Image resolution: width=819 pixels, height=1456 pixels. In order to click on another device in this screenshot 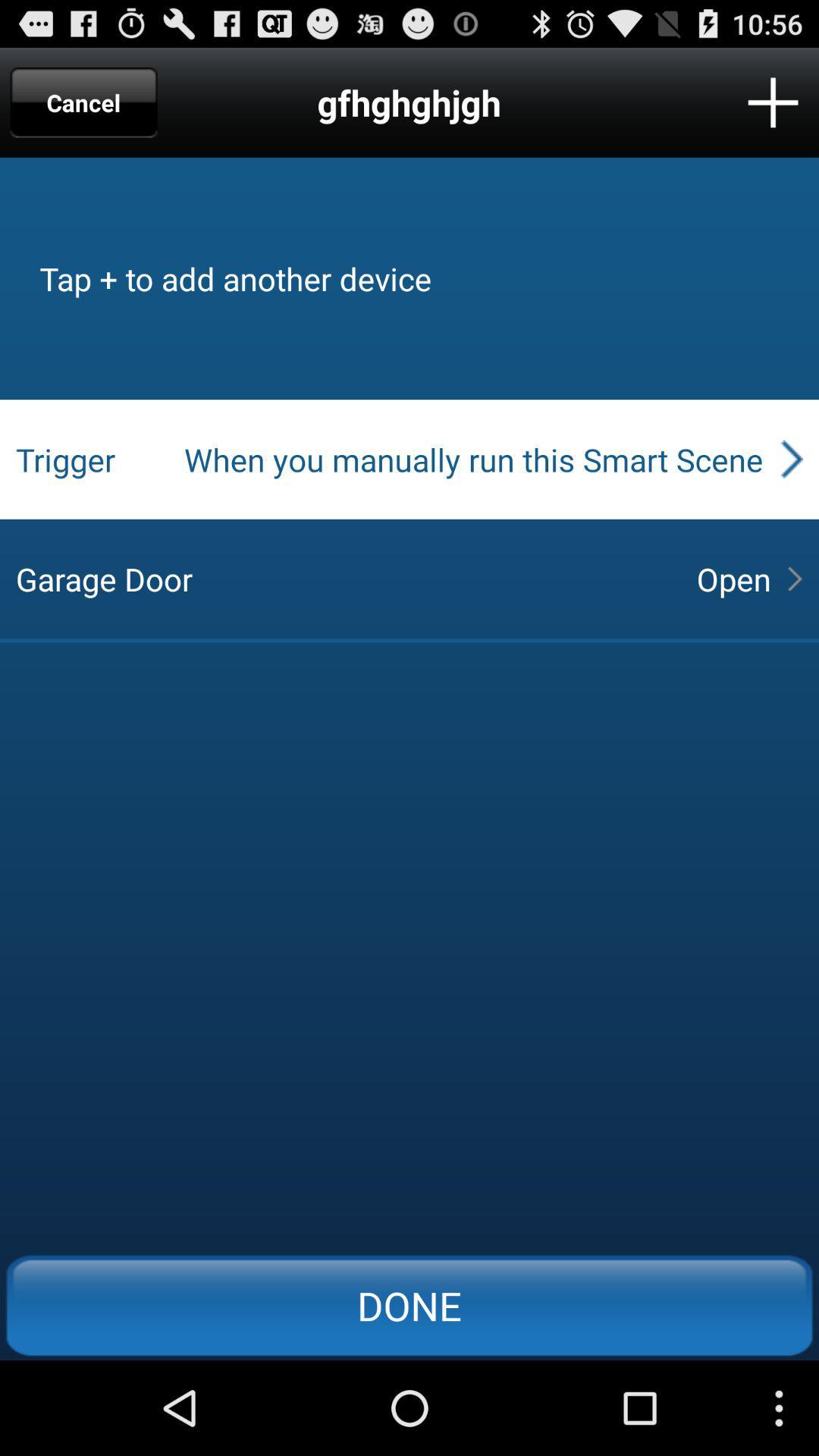, I will do `click(773, 102)`.